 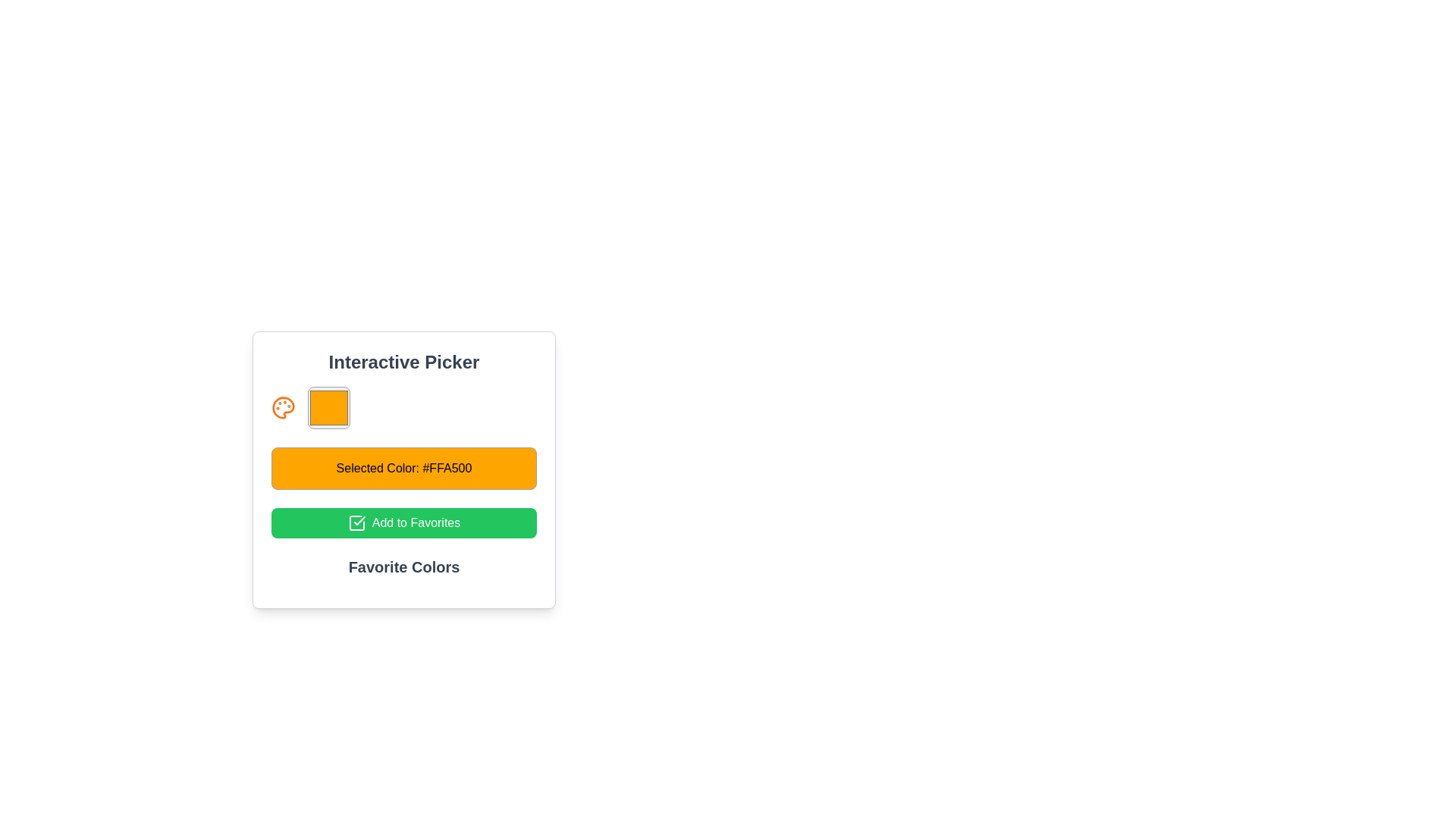 What do you see at coordinates (403, 522) in the screenshot?
I see `the 'Add to Favorites' button, which has a vibrant green background and white text with a checkmark icon` at bounding box center [403, 522].